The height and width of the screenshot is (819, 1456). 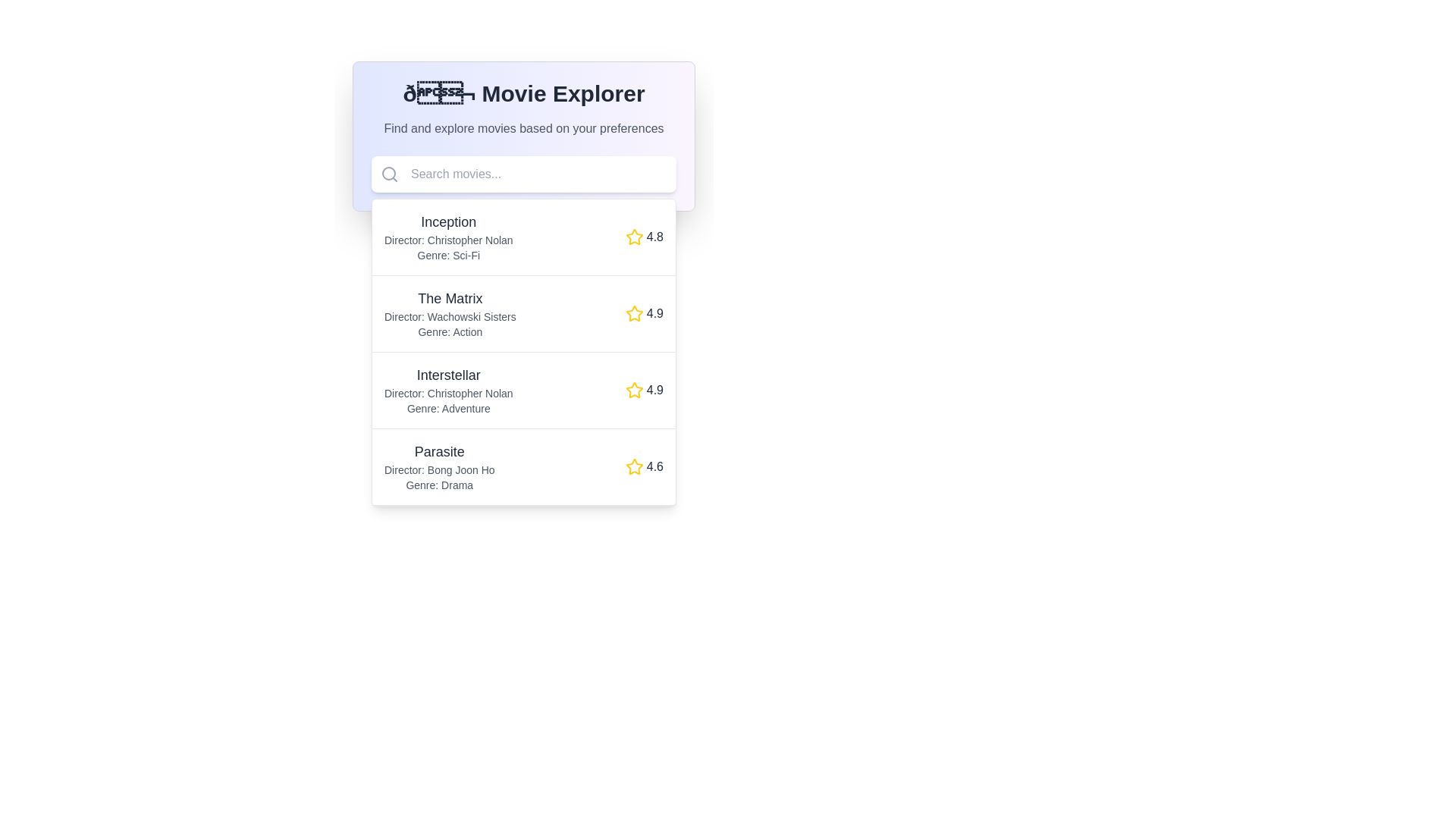 What do you see at coordinates (524, 93) in the screenshot?
I see `the text label titled '🎬 Movie Explorer', which is prominently displayed in bold and large dark gray font at the top of the movie exploring application interface` at bounding box center [524, 93].